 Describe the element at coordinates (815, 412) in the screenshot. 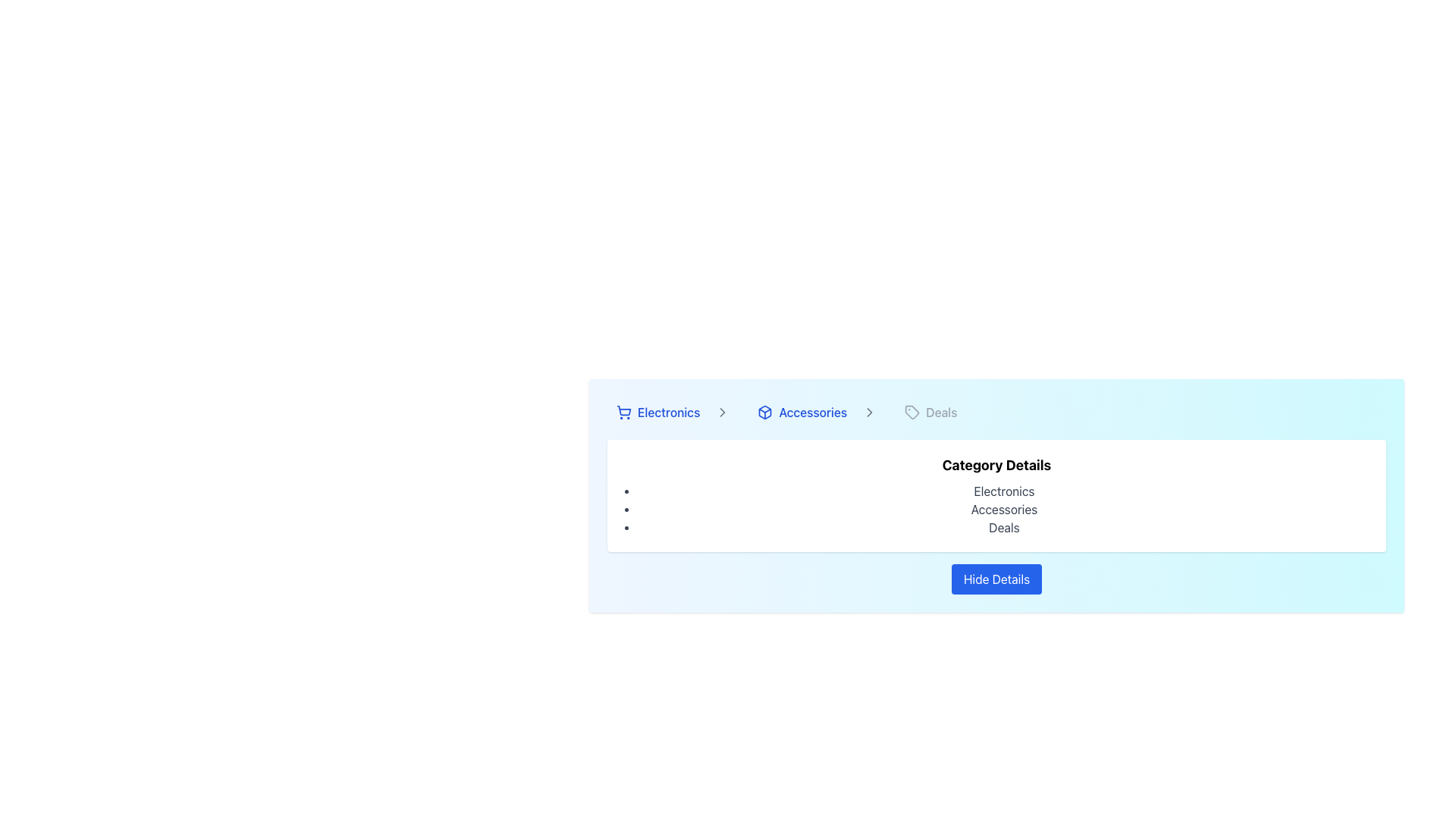

I see `the 'Accessories' breadcrumb navigation item, which is styled in blue font and located between 'Electronics' and 'Deals' in the breadcrumb navigation bar` at that location.